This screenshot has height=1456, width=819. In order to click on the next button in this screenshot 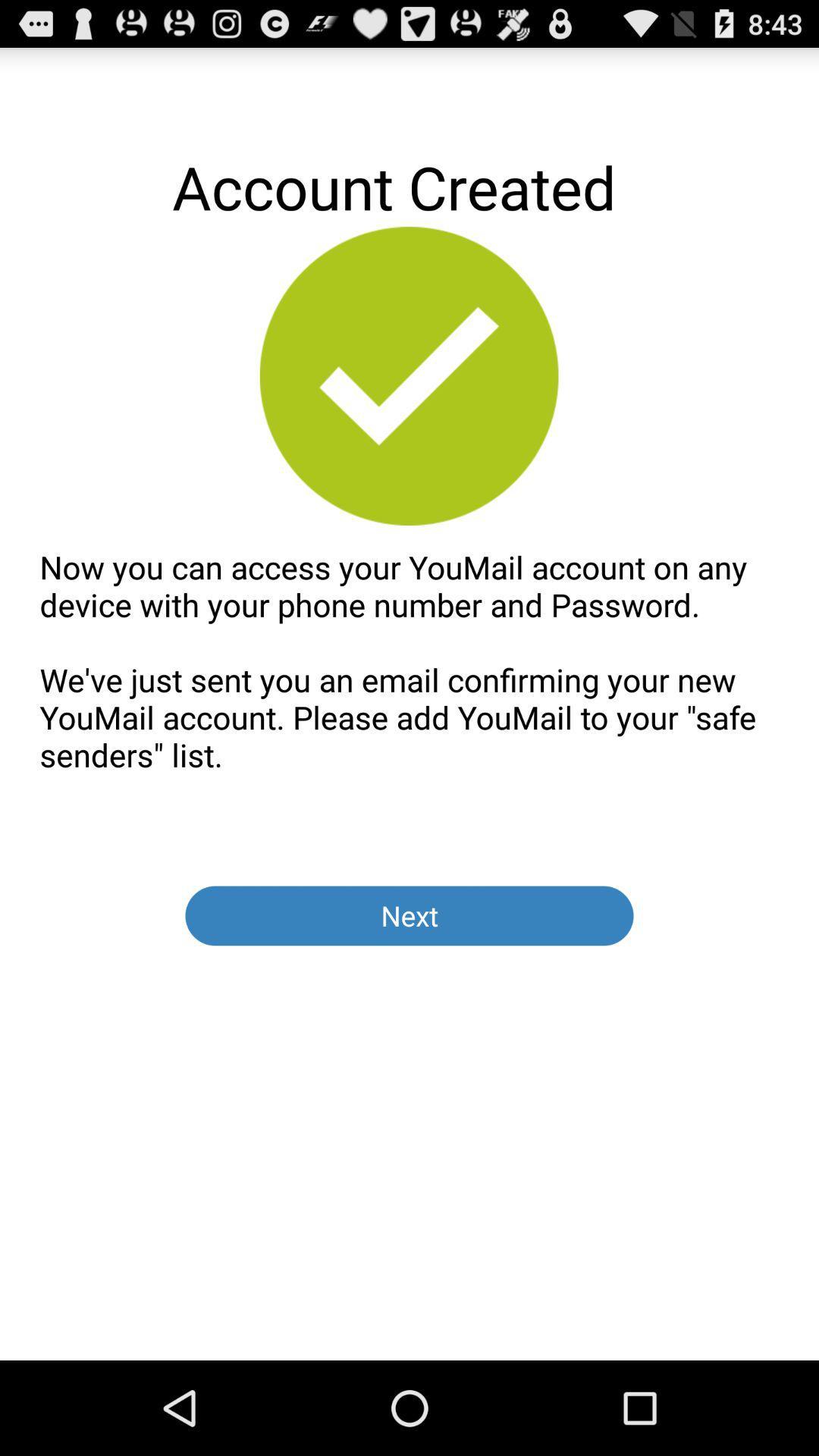, I will do `click(409, 915)`.